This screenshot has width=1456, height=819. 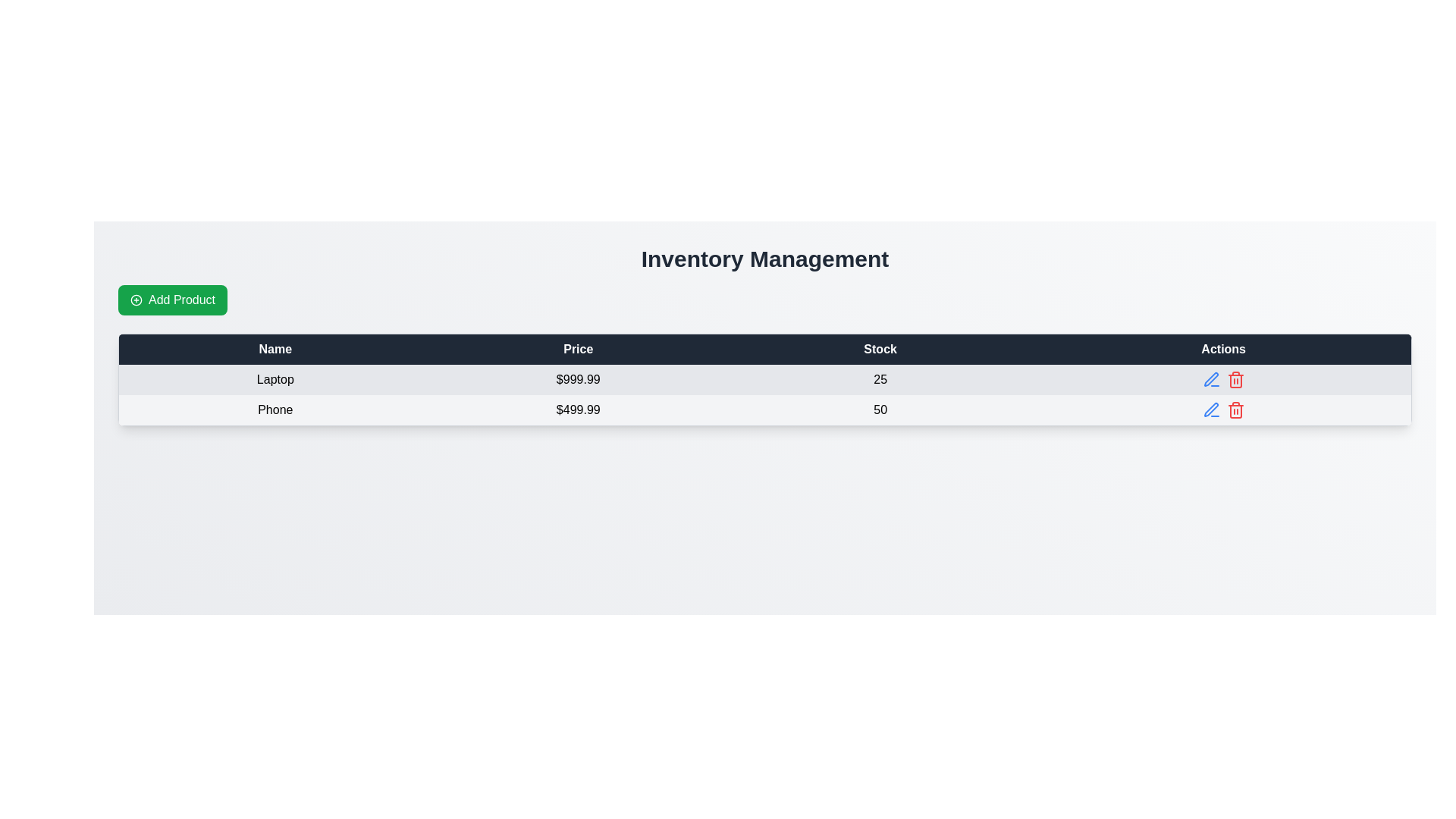 I want to click on the pen-like icon in the second row of the 'Actions' column of the table corresponding to the item labeled 'Phone', so click(x=1210, y=378).